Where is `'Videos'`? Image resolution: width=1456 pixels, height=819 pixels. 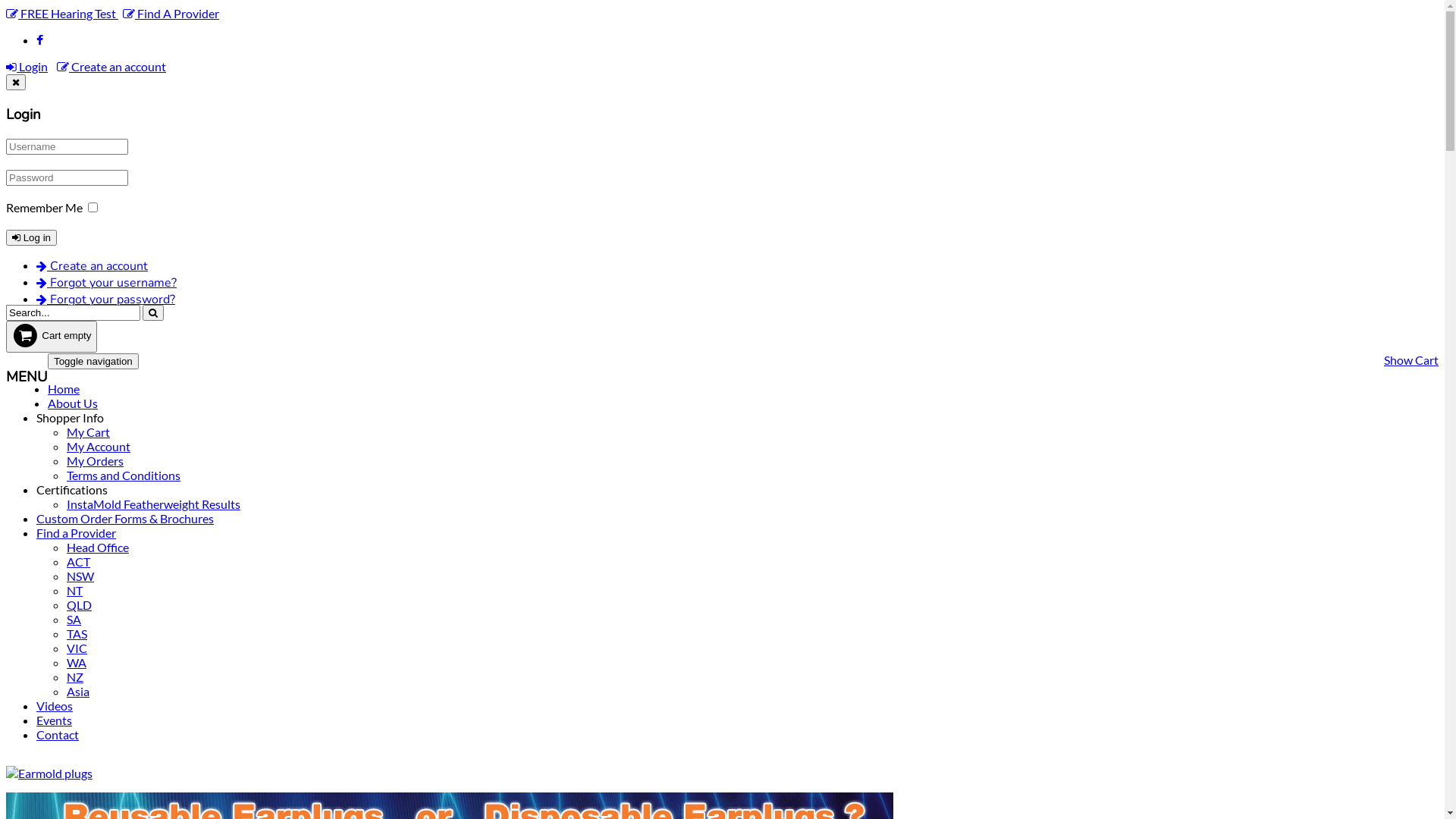
'Videos' is located at coordinates (55, 705).